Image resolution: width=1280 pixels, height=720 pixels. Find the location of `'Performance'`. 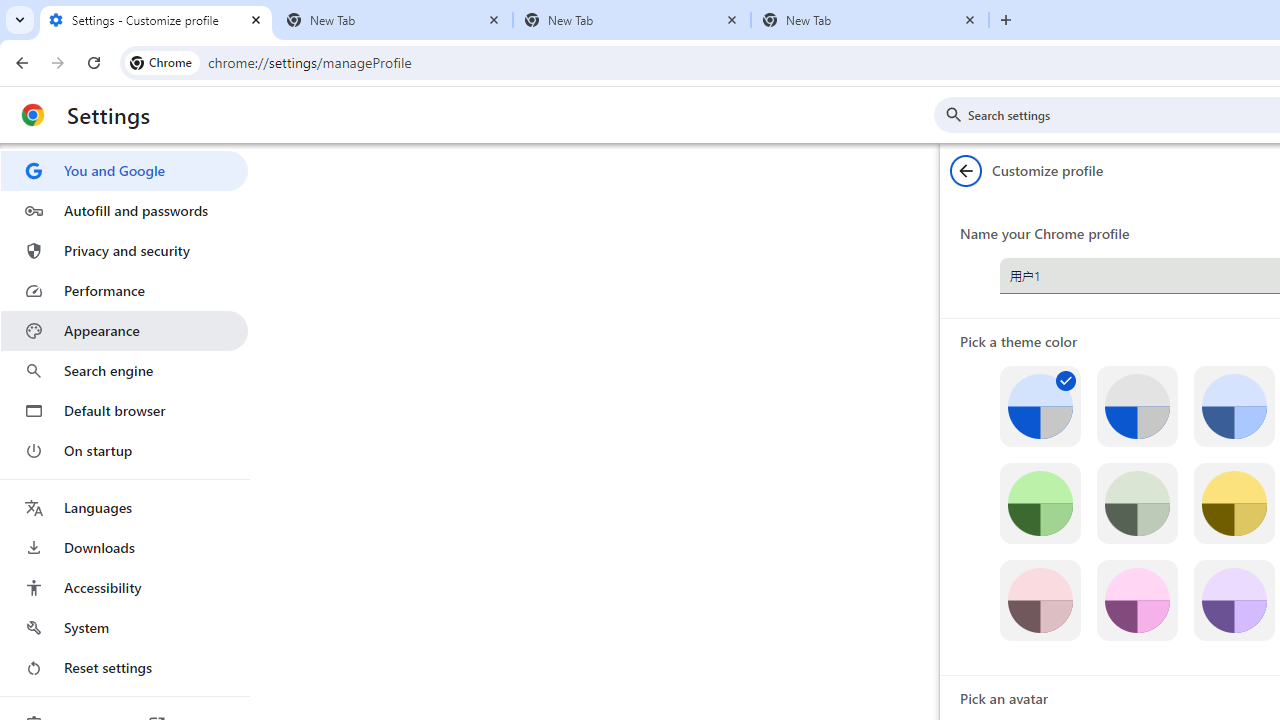

'Performance' is located at coordinates (123, 290).